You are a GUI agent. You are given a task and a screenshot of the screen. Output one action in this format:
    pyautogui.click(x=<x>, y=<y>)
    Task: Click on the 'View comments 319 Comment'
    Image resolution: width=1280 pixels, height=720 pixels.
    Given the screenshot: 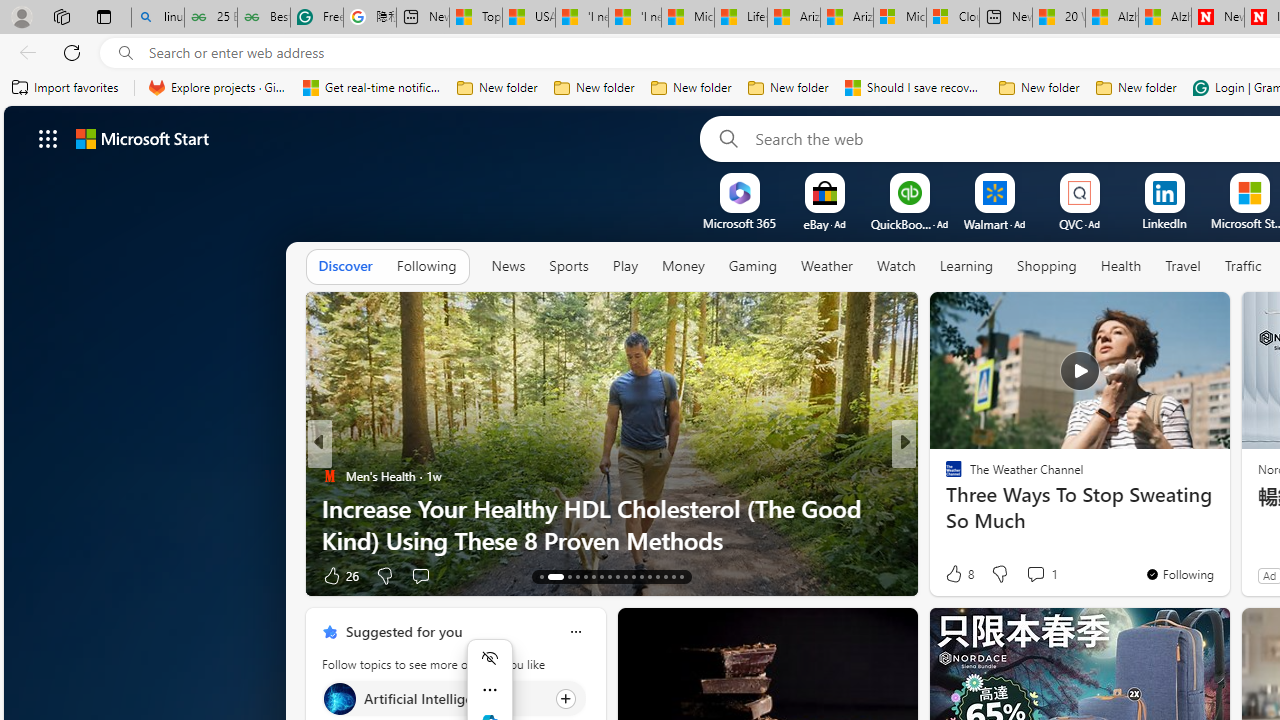 What is the action you would take?
    pyautogui.click(x=1035, y=575)
    